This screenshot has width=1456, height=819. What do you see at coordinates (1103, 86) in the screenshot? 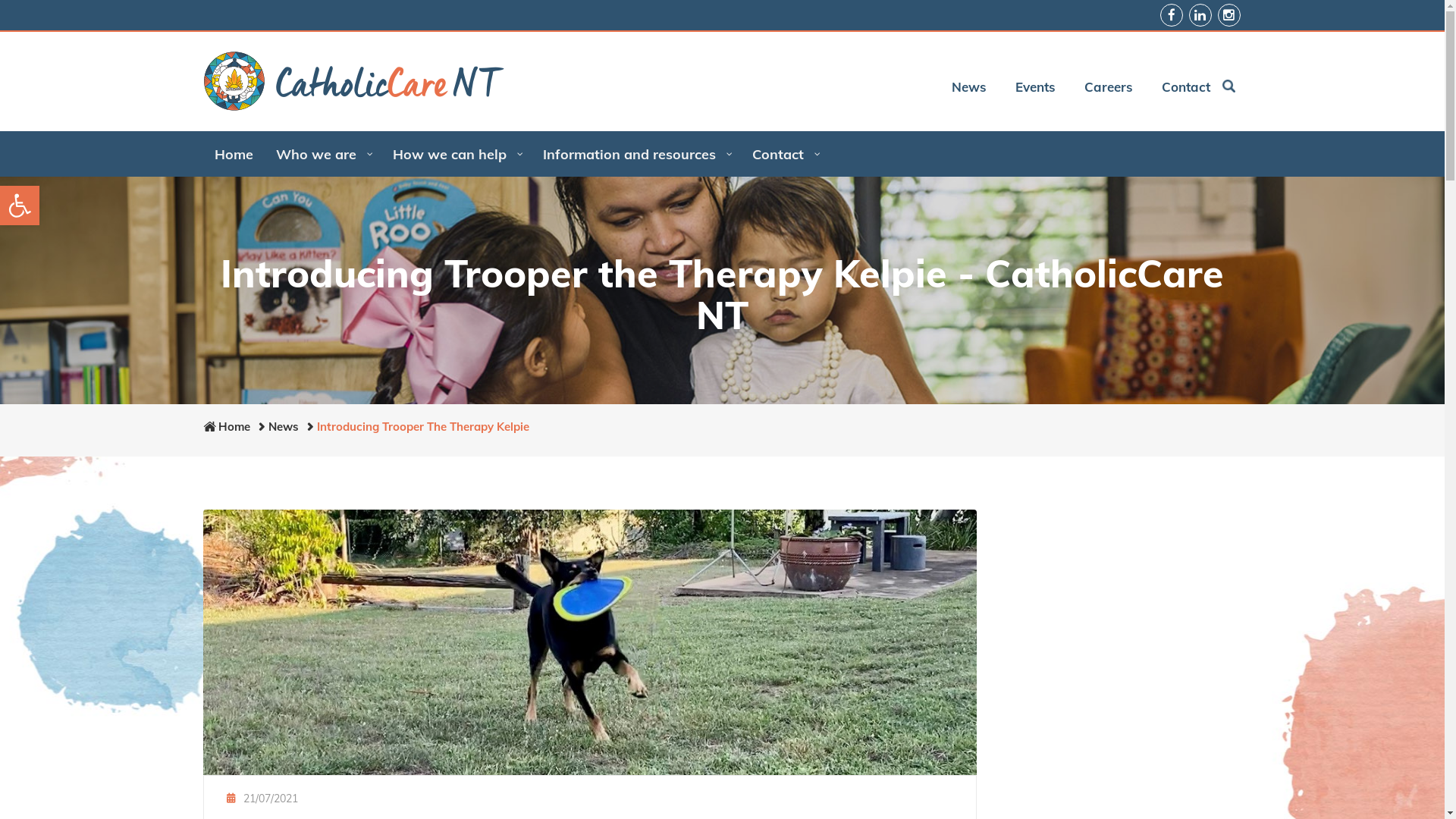
I see `'Careers'` at bounding box center [1103, 86].